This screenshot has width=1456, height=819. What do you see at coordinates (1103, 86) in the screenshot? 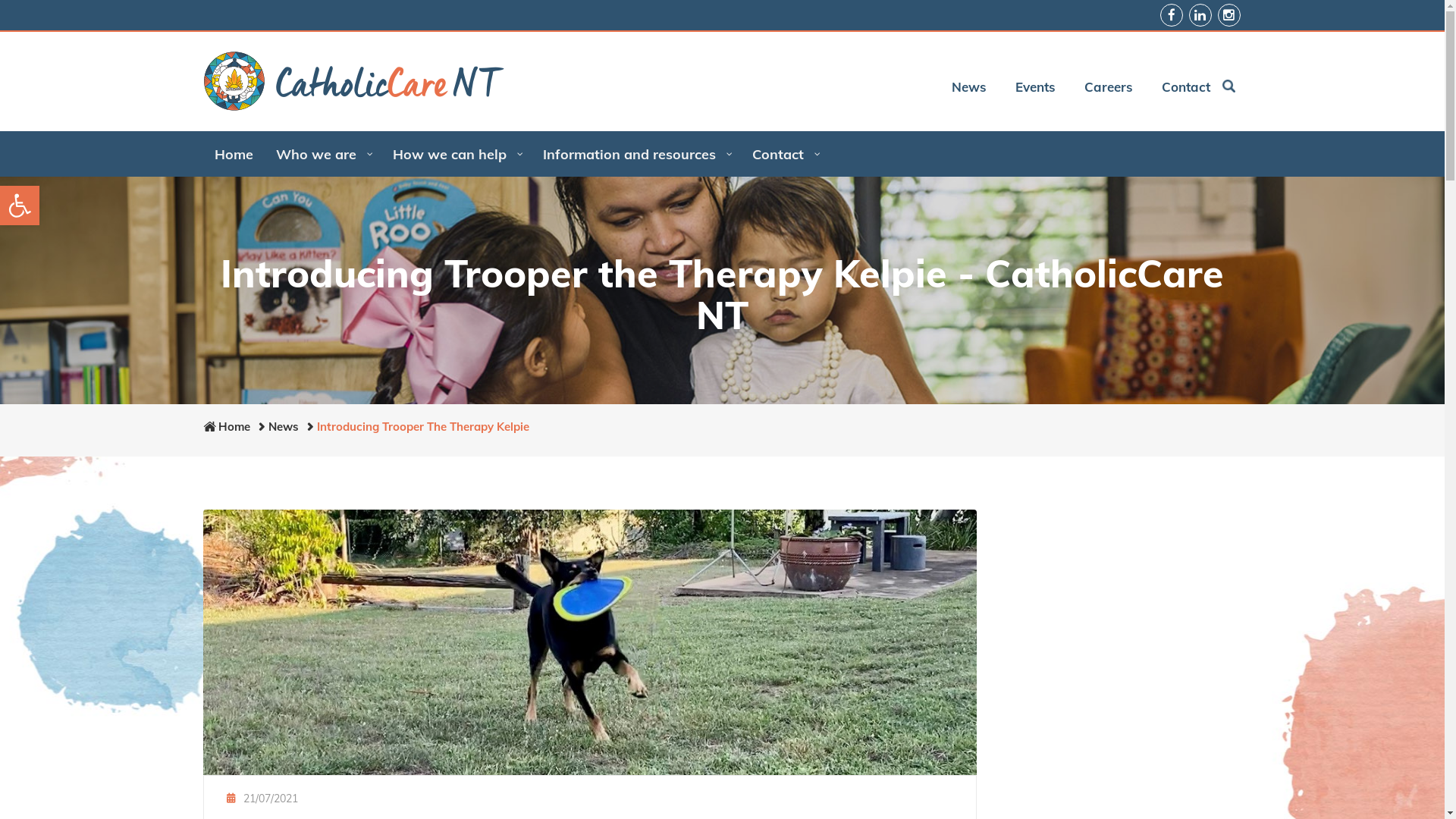
I see `'Careers'` at bounding box center [1103, 86].